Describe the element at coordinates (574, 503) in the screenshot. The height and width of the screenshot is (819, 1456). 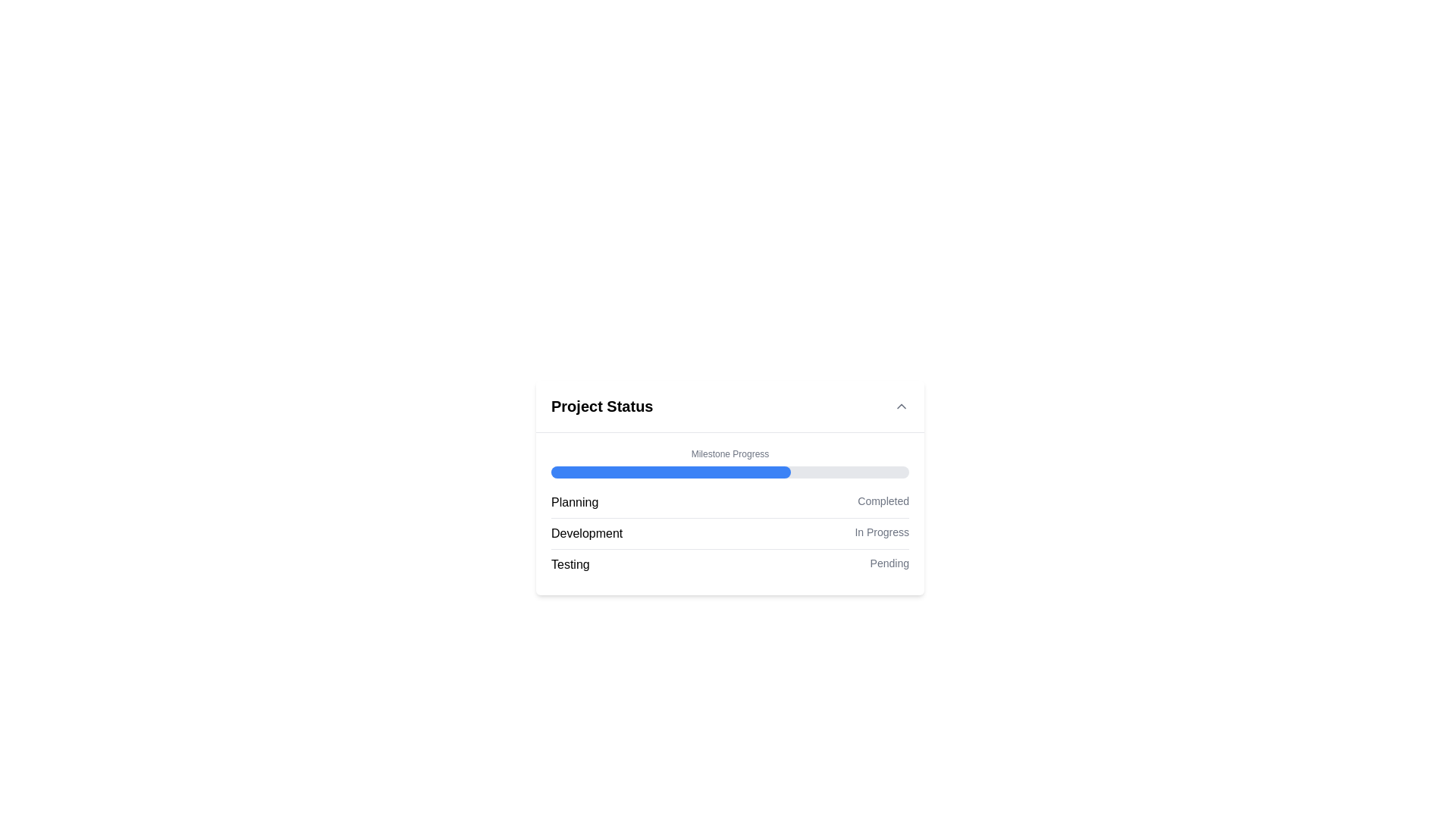
I see `the 'Planning' text label located in the 'Project Status' section, which is aligned to the left side of its row` at that location.